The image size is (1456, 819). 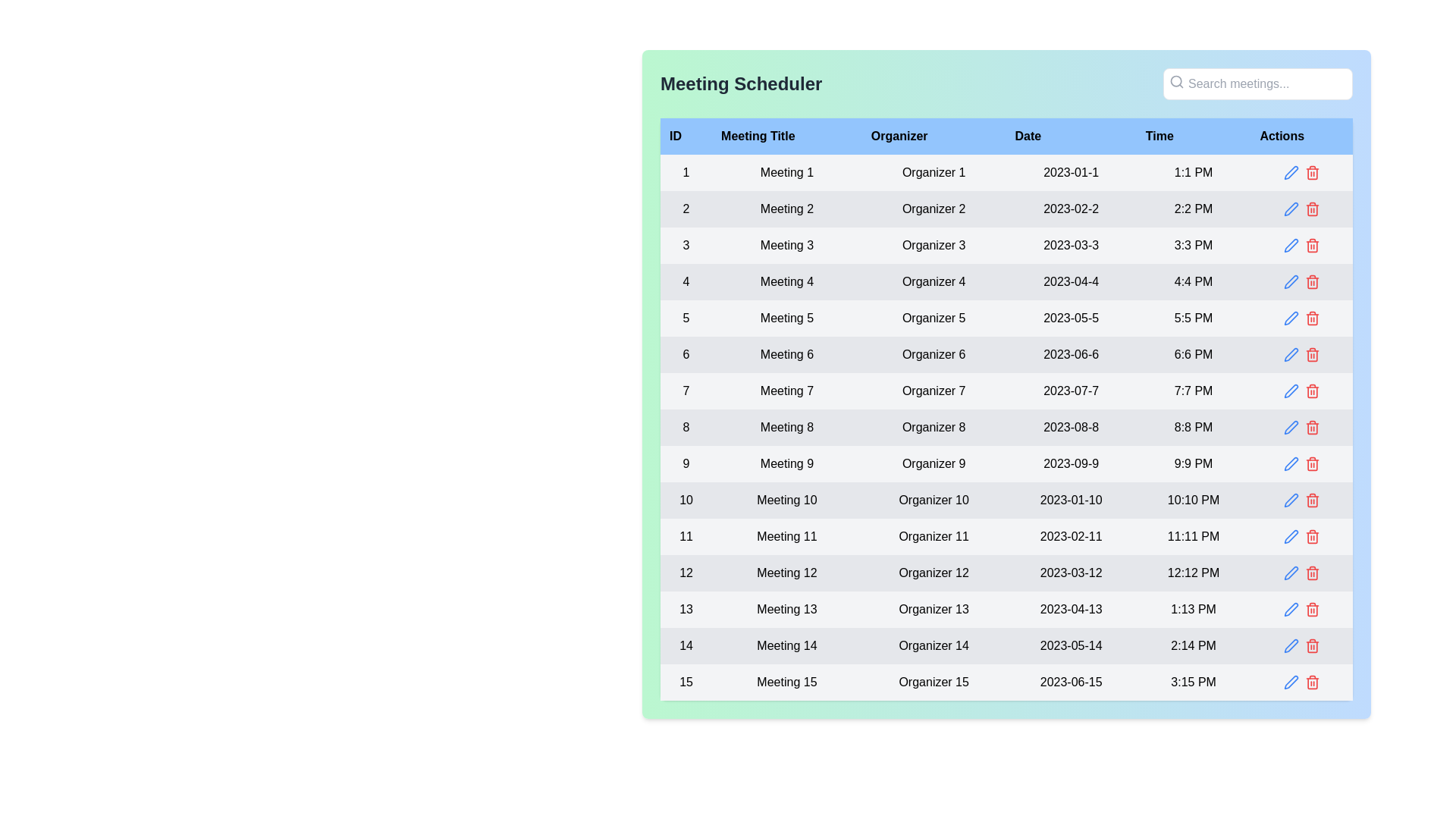 What do you see at coordinates (1290, 573) in the screenshot?
I see `the editing button icon in the 'Actions' column of the table for 'Meeting 12'` at bounding box center [1290, 573].